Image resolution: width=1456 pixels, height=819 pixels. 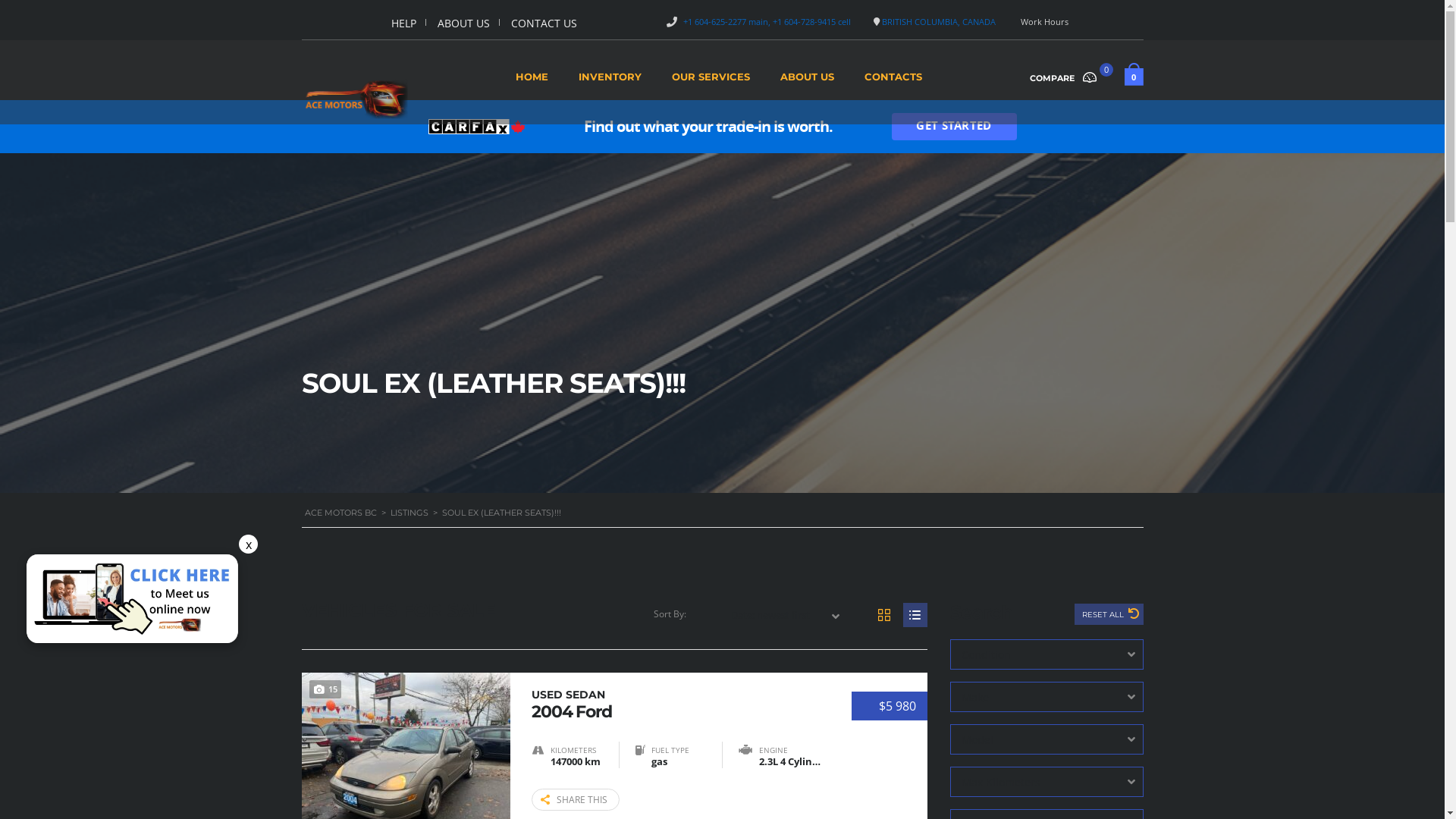 I want to click on '0', so click(x=1124, y=79).